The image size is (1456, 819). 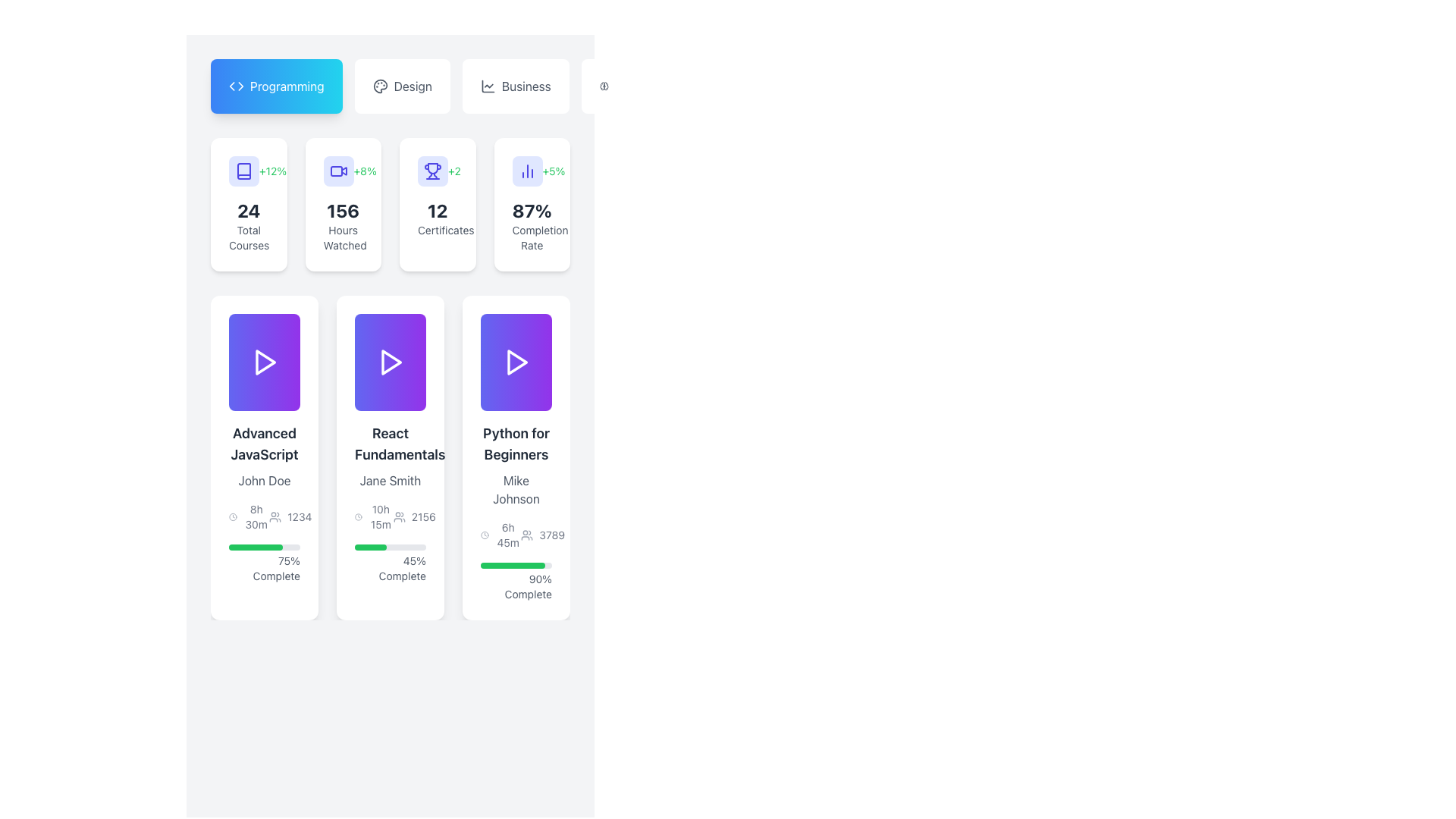 What do you see at coordinates (390, 516) in the screenshot?
I see `the numerical details displayed in the informational area of the 'React Fundamentals' card, which shows '10h 15m' and '2156'` at bounding box center [390, 516].